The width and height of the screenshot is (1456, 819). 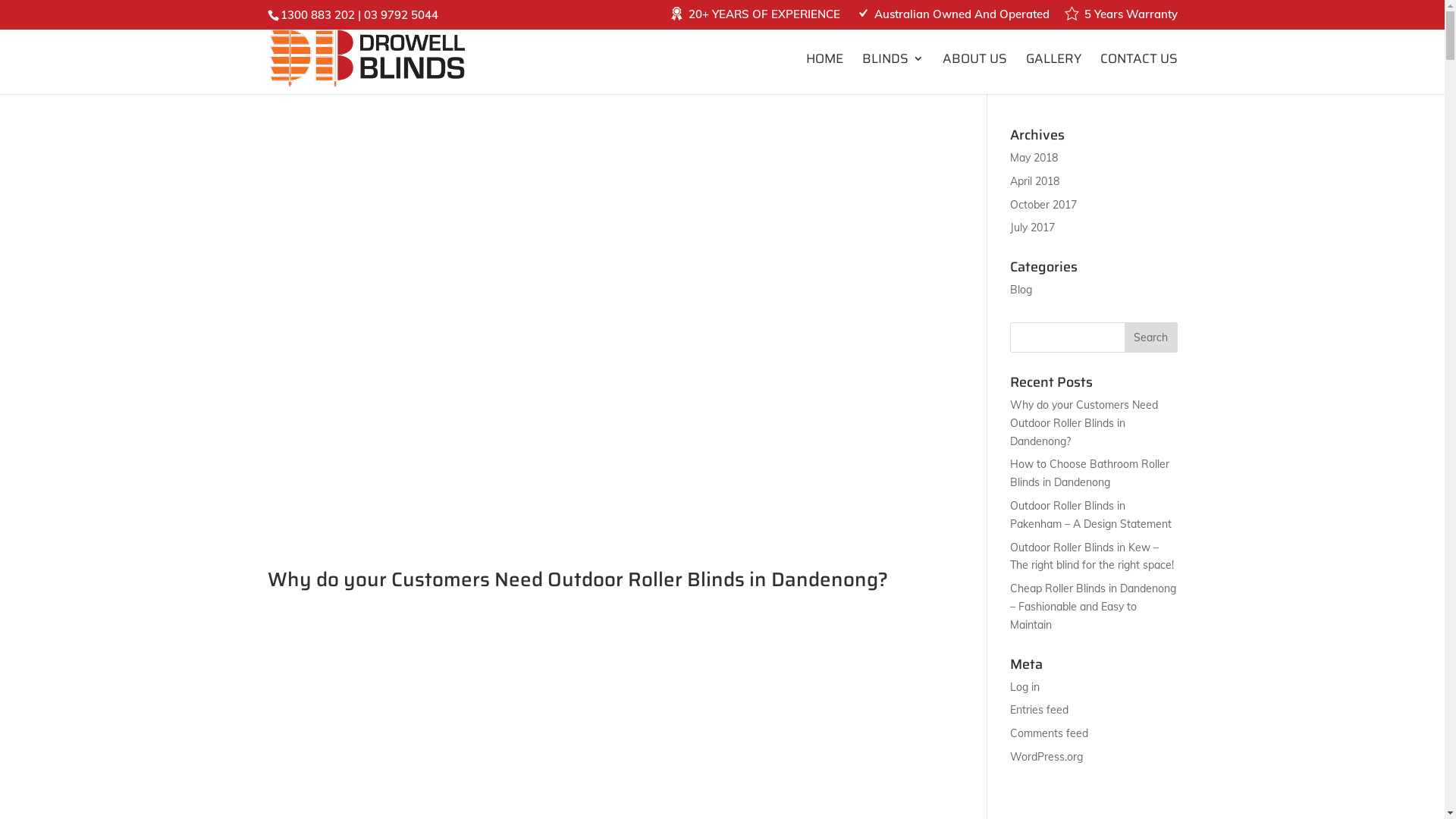 I want to click on '20+ YEARS OF EXPERIENCE', so click(x=754, y=18).